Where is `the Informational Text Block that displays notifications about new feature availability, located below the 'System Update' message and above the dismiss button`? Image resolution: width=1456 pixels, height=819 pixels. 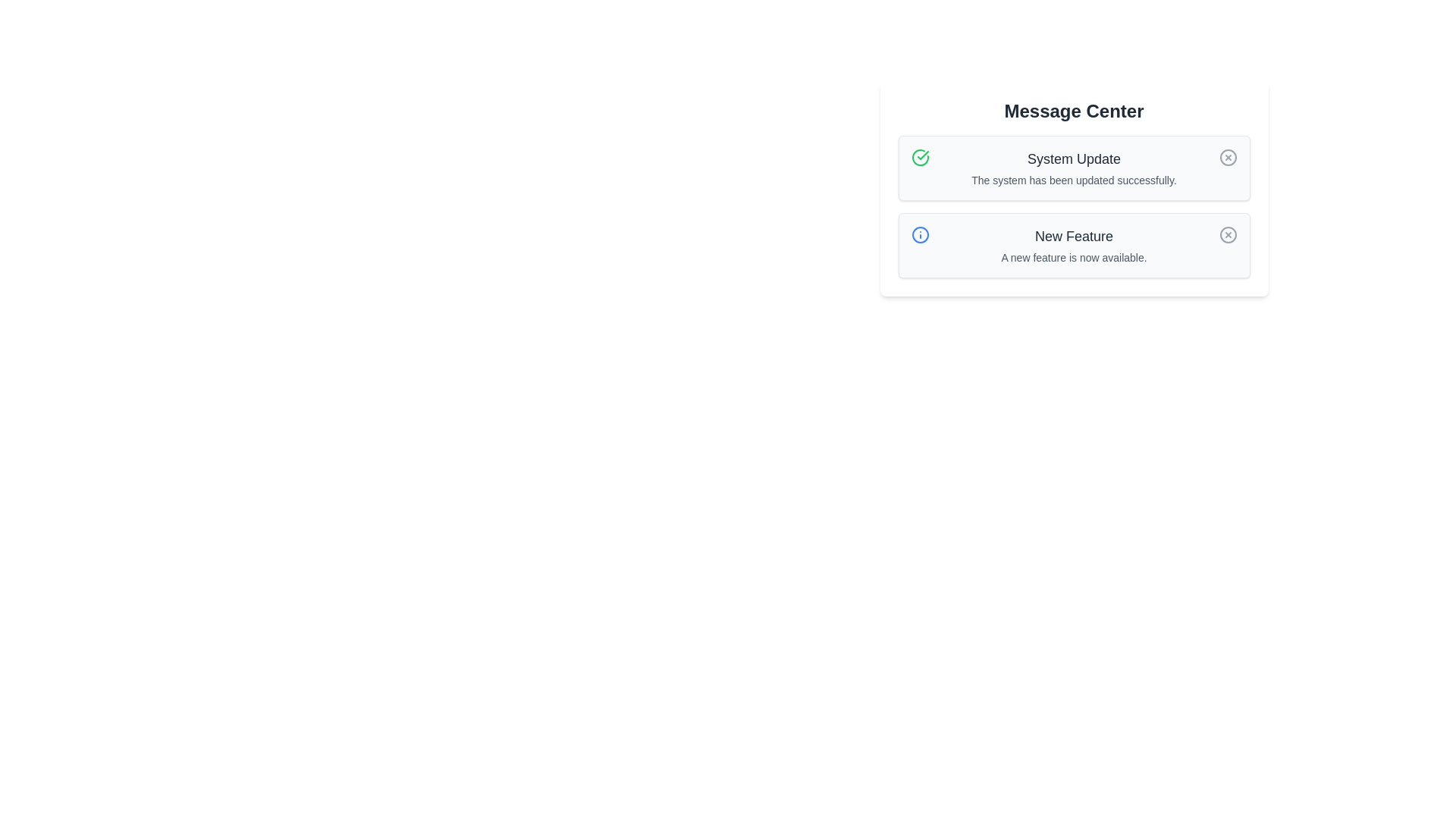 the Informational Text Block that displays notifications about new feature availability, located below the 'System Update' message and above the dismiss button is located at coordinates (1073, 245).